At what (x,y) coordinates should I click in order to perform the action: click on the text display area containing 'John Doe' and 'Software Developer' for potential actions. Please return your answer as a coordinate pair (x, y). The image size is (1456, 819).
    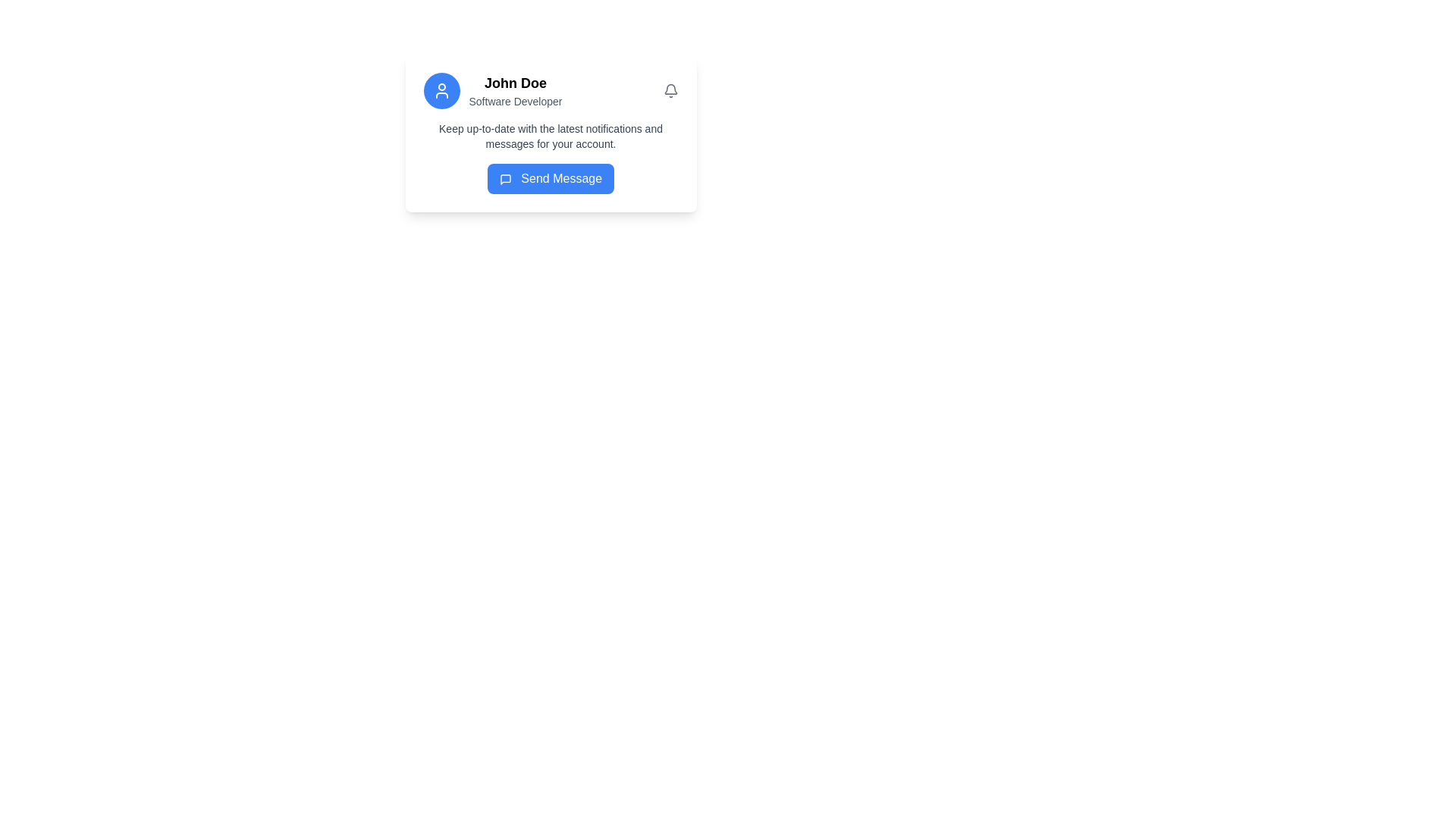
    Looking at the image, I should click on (516, 90).